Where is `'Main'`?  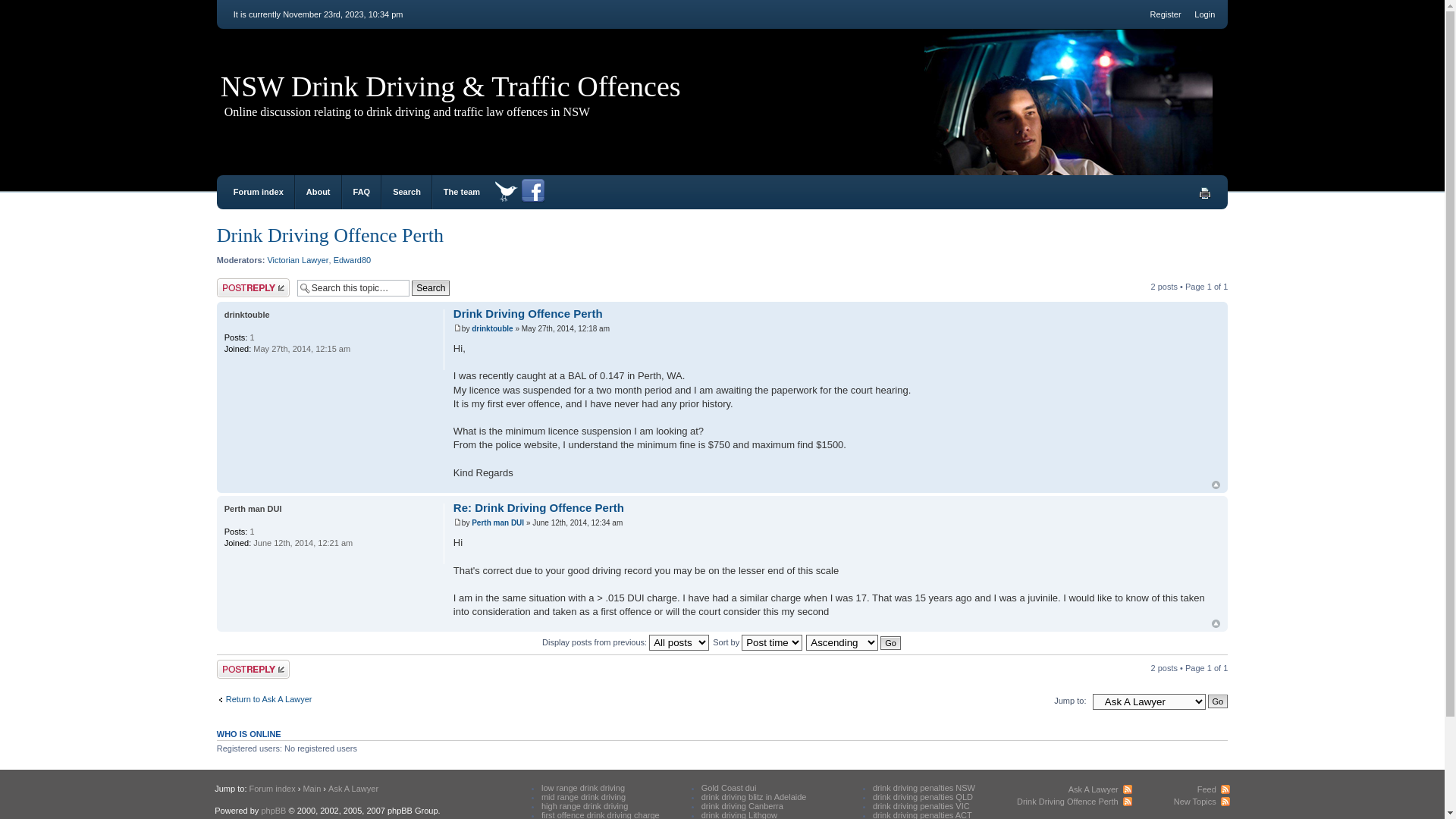
'Main' is located at coordinates (311, 788).